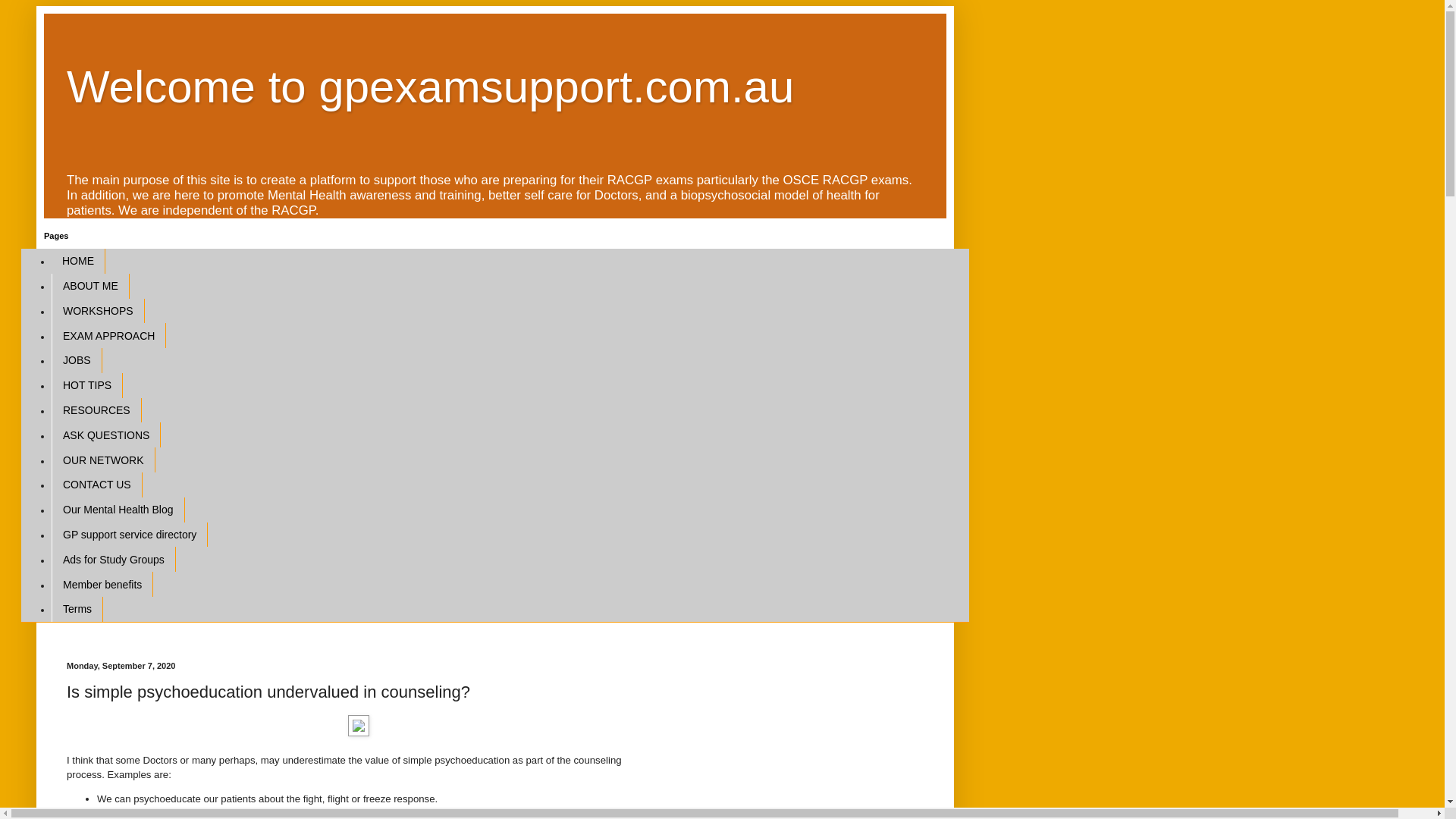 The height and width of the screenshot is (819, 1456). What do you see at coordinates (102, 459) in the screenshot?
I see `'OUR NETWORK'` at bounding box center [102, 459].